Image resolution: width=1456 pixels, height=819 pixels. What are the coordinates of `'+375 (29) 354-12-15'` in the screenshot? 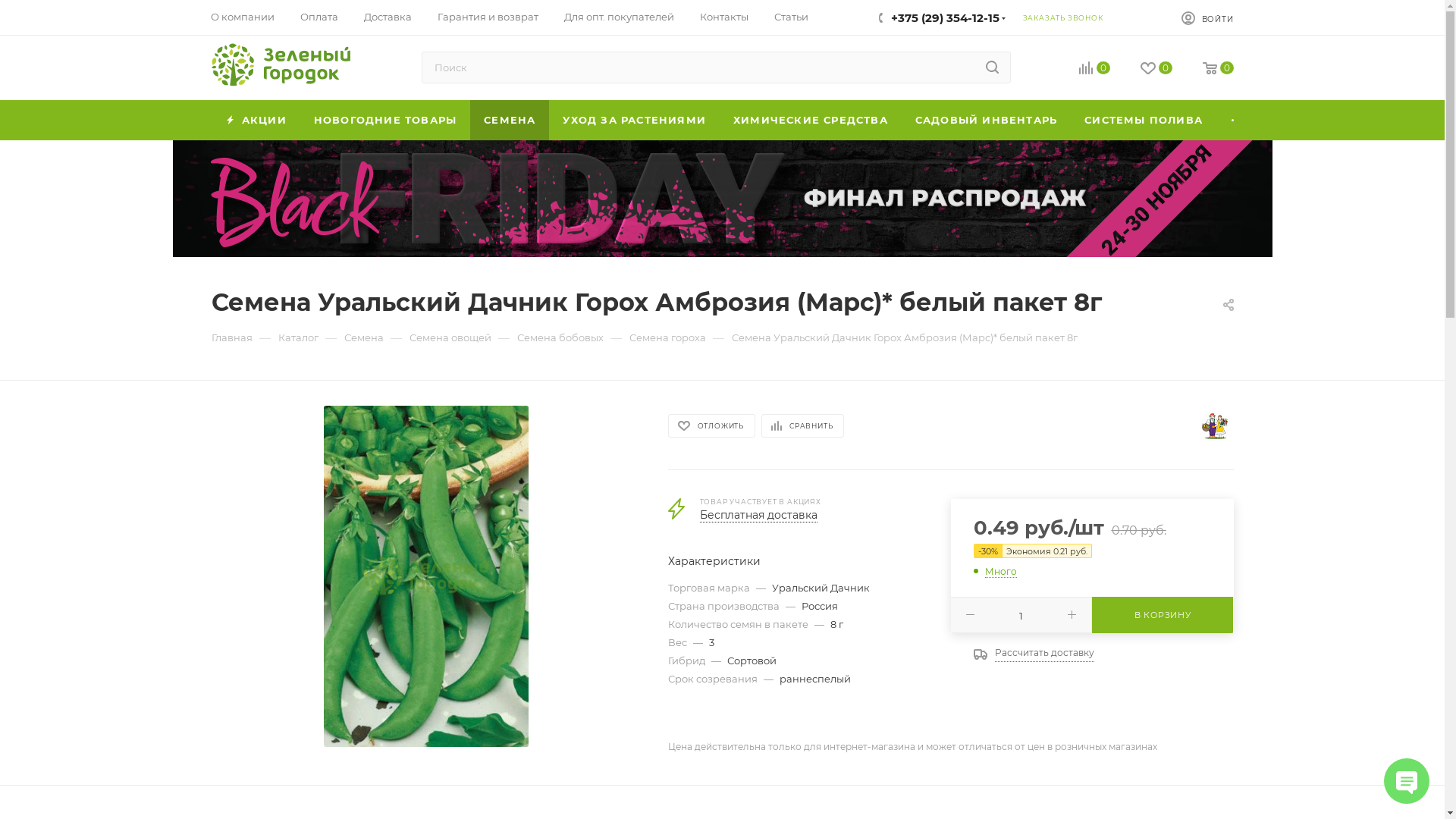 It's located at (943, 17).